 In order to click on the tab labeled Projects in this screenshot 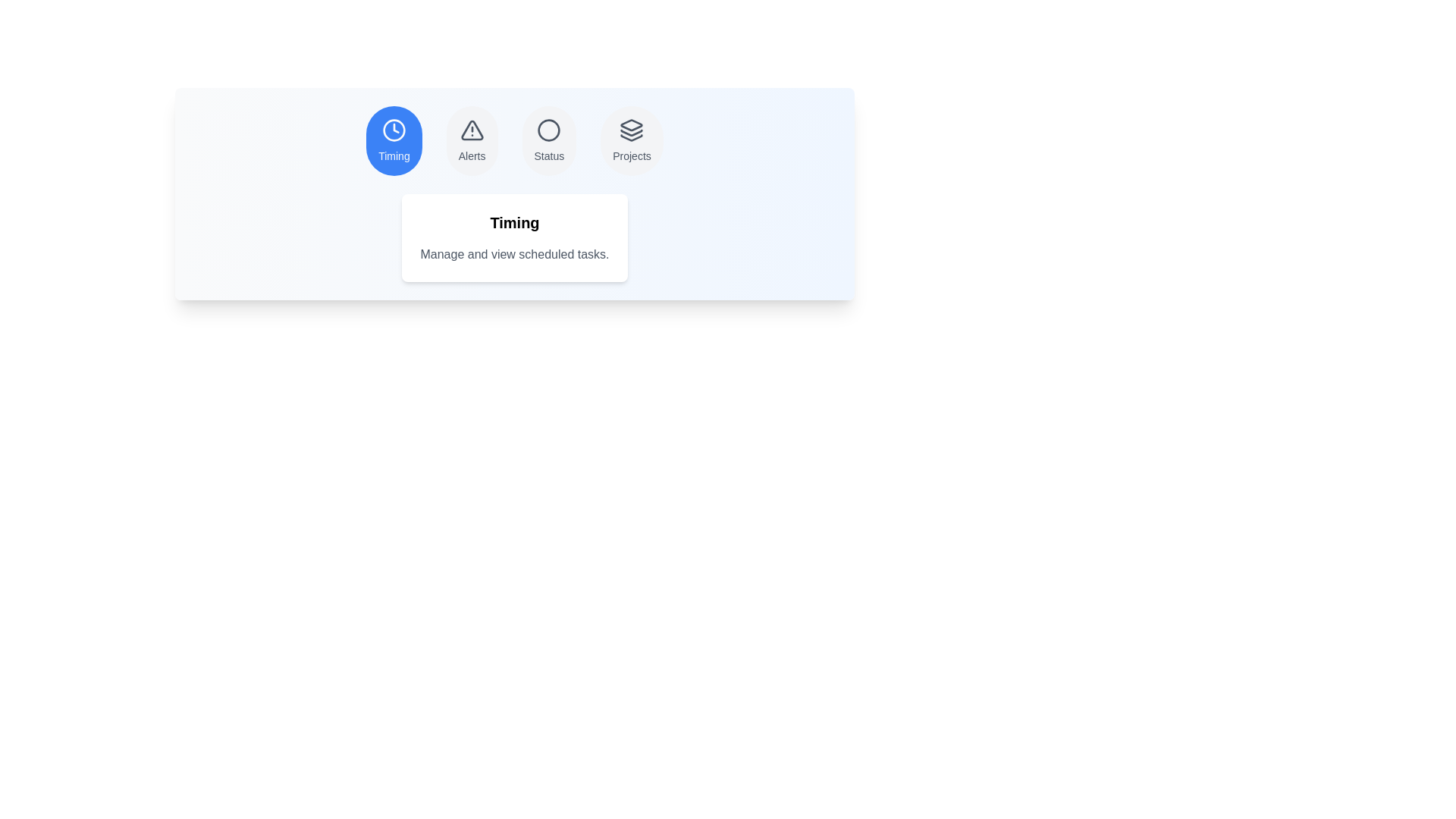, I will do `click(632, 140)`.